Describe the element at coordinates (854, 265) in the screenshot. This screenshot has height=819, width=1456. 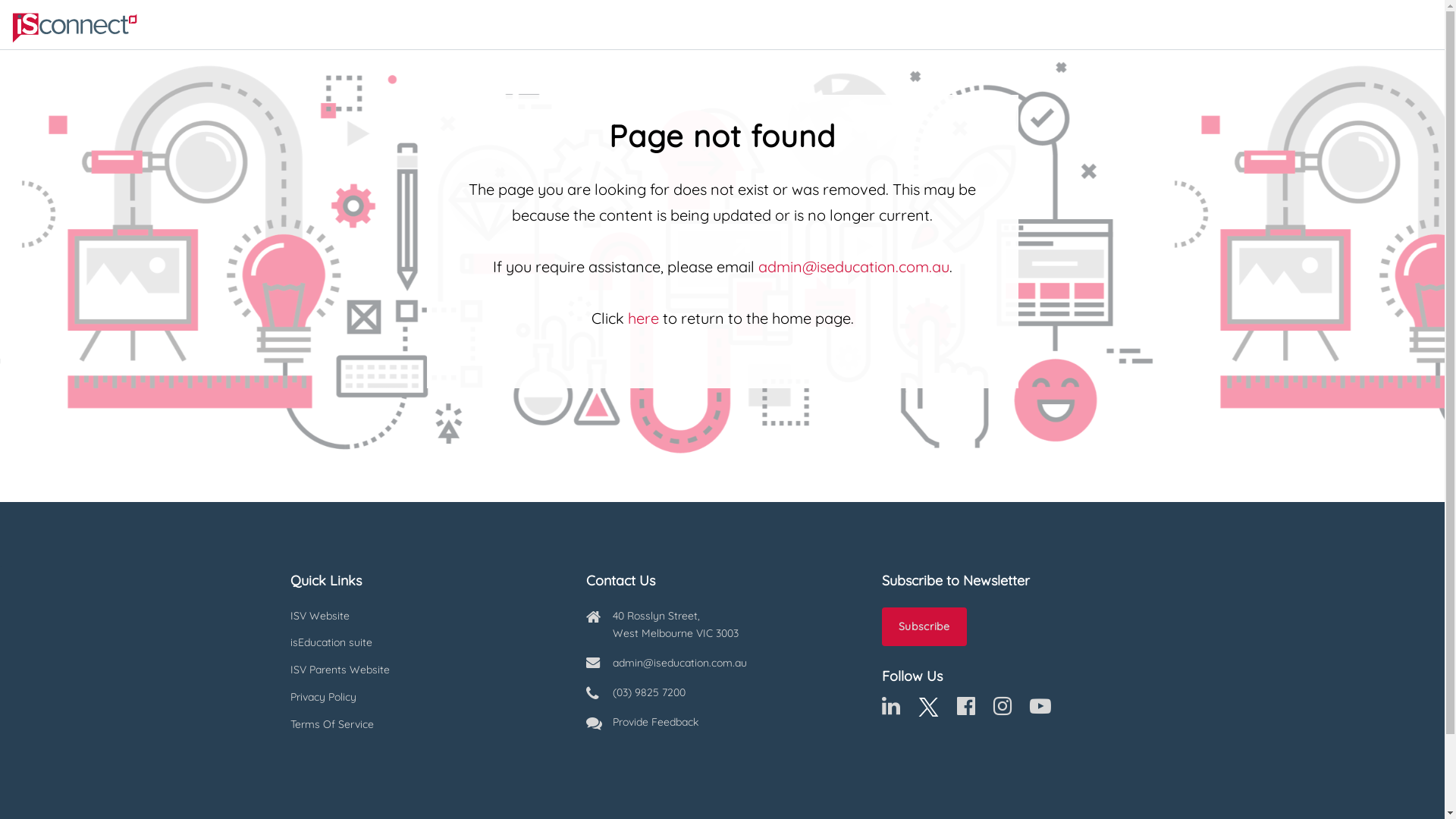
I see `'admin@iseducation.com.au'` at that location.